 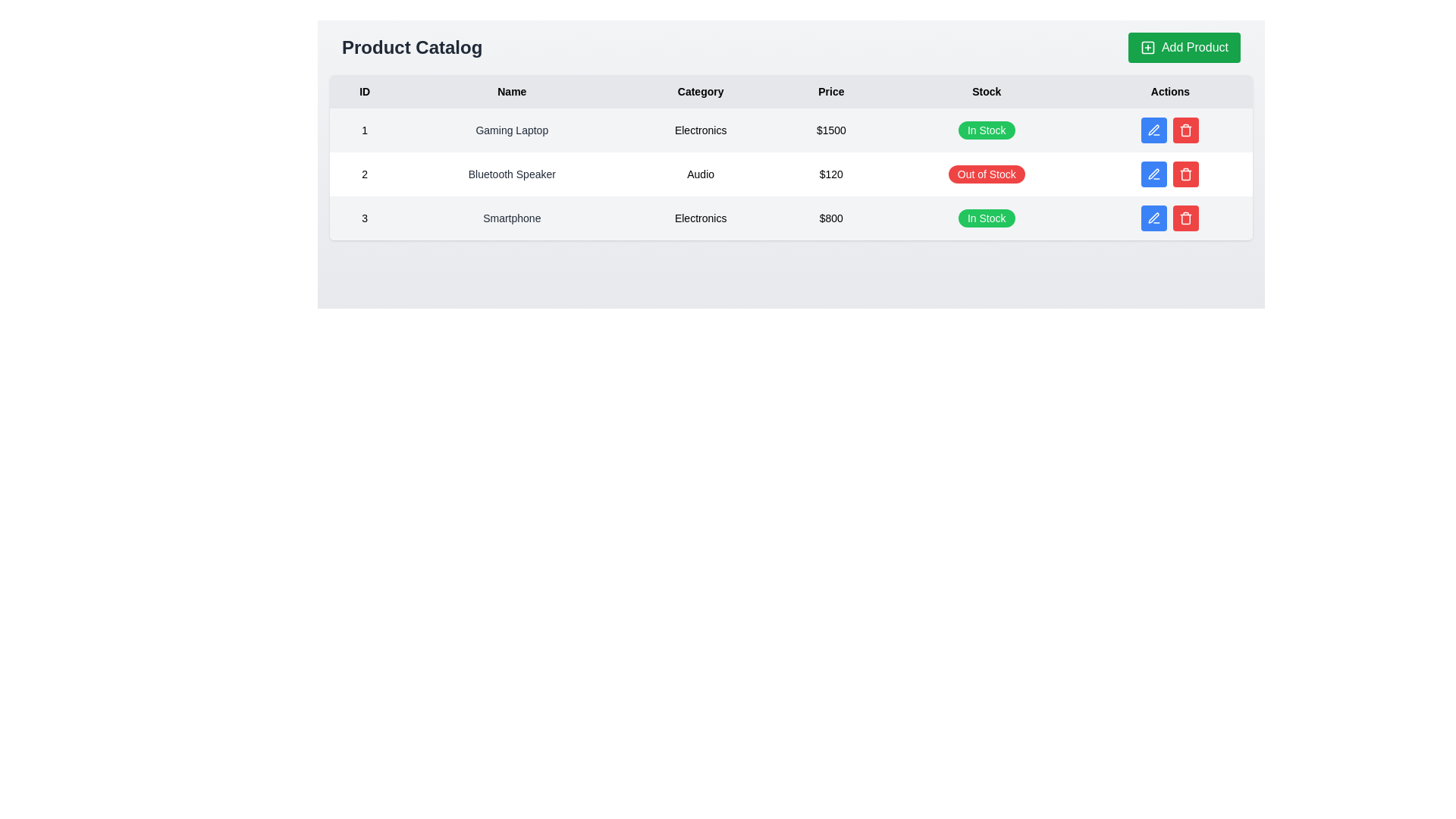 I want to click on the static text element displaying the product name in the third row of the product catalog table, located under the 'Name' column, so click(x=512, y=218).